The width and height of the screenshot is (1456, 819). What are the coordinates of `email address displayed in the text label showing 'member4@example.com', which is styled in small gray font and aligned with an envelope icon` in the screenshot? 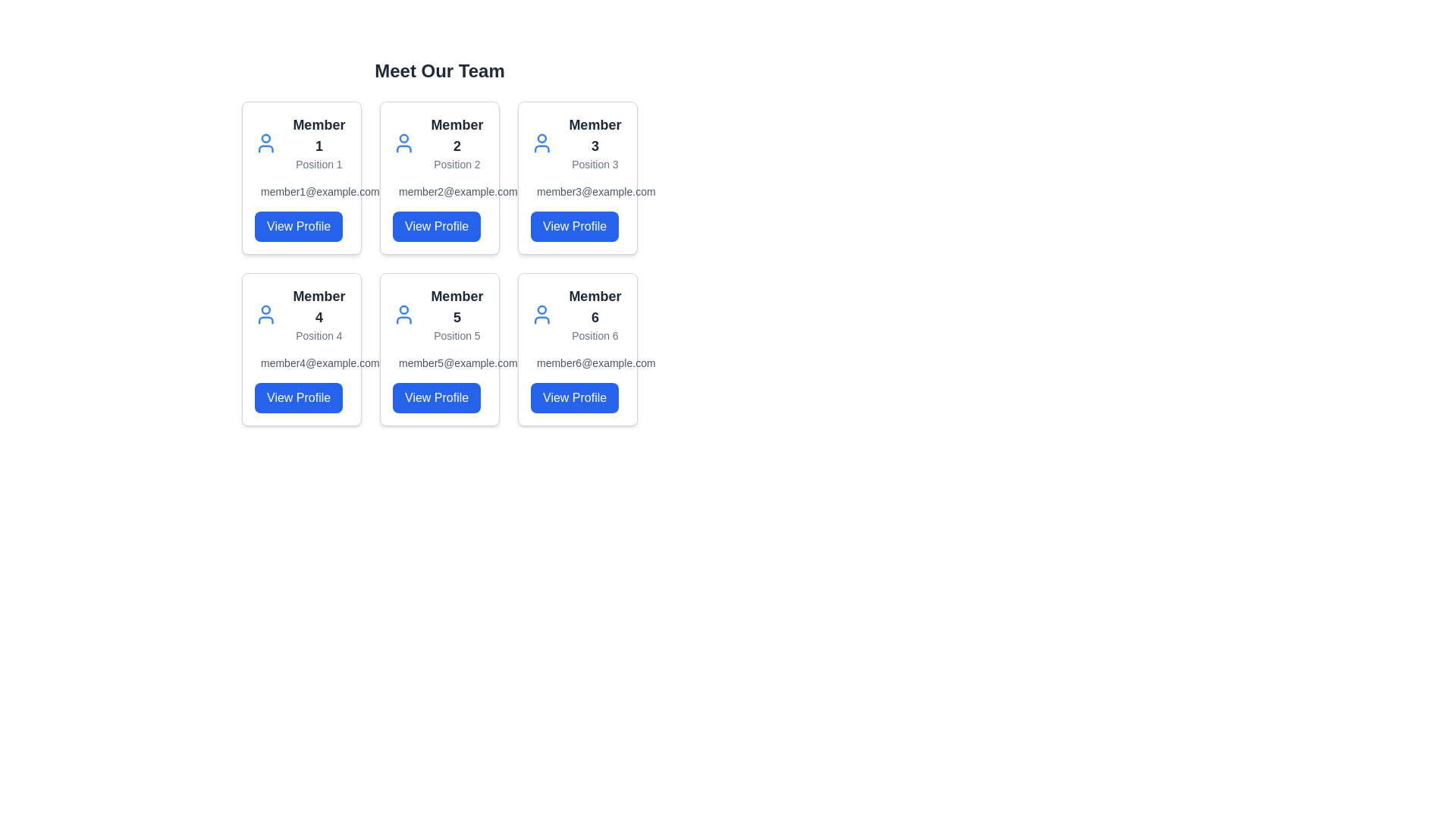 It's located at (302, 362).